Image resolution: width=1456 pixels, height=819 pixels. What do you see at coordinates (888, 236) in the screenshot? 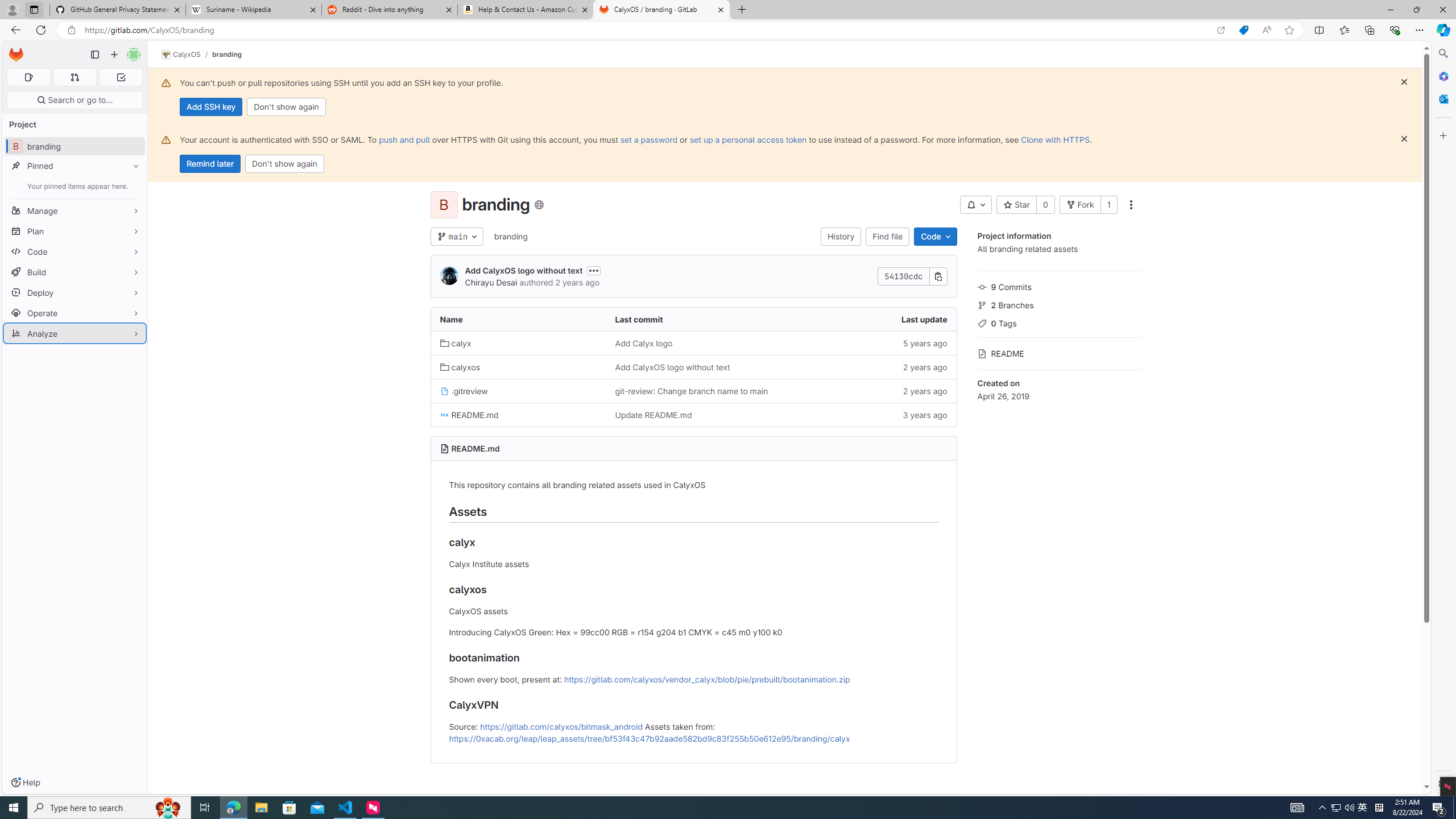
I see `'Find file'` at bounding box center [888, 236].